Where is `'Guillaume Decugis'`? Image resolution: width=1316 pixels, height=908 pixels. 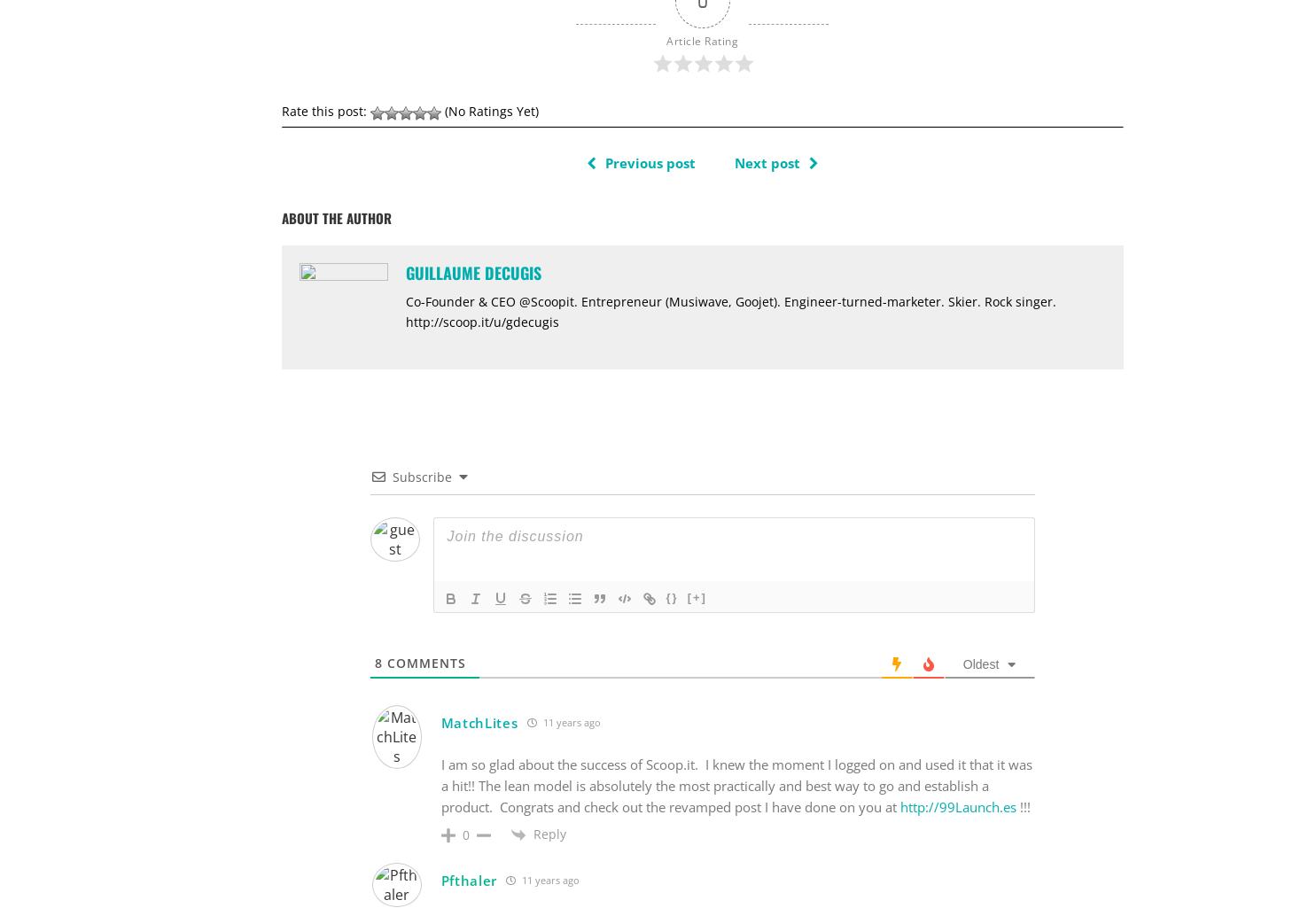 'Guillaume Decugis' is located at coordinates (471, 271).